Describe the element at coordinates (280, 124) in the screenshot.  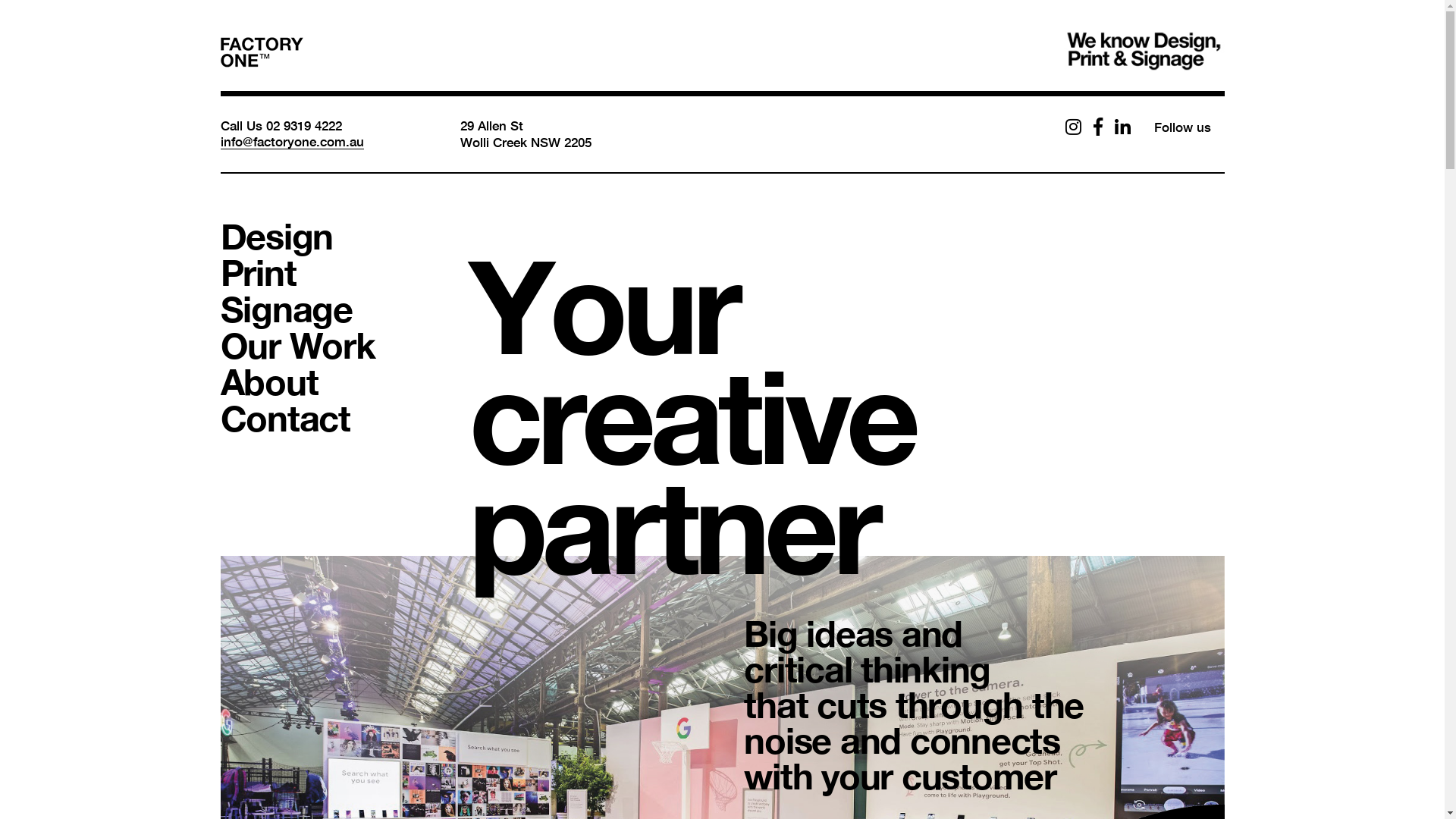
I see `'Call Us 02 9319 4222'` at that location.